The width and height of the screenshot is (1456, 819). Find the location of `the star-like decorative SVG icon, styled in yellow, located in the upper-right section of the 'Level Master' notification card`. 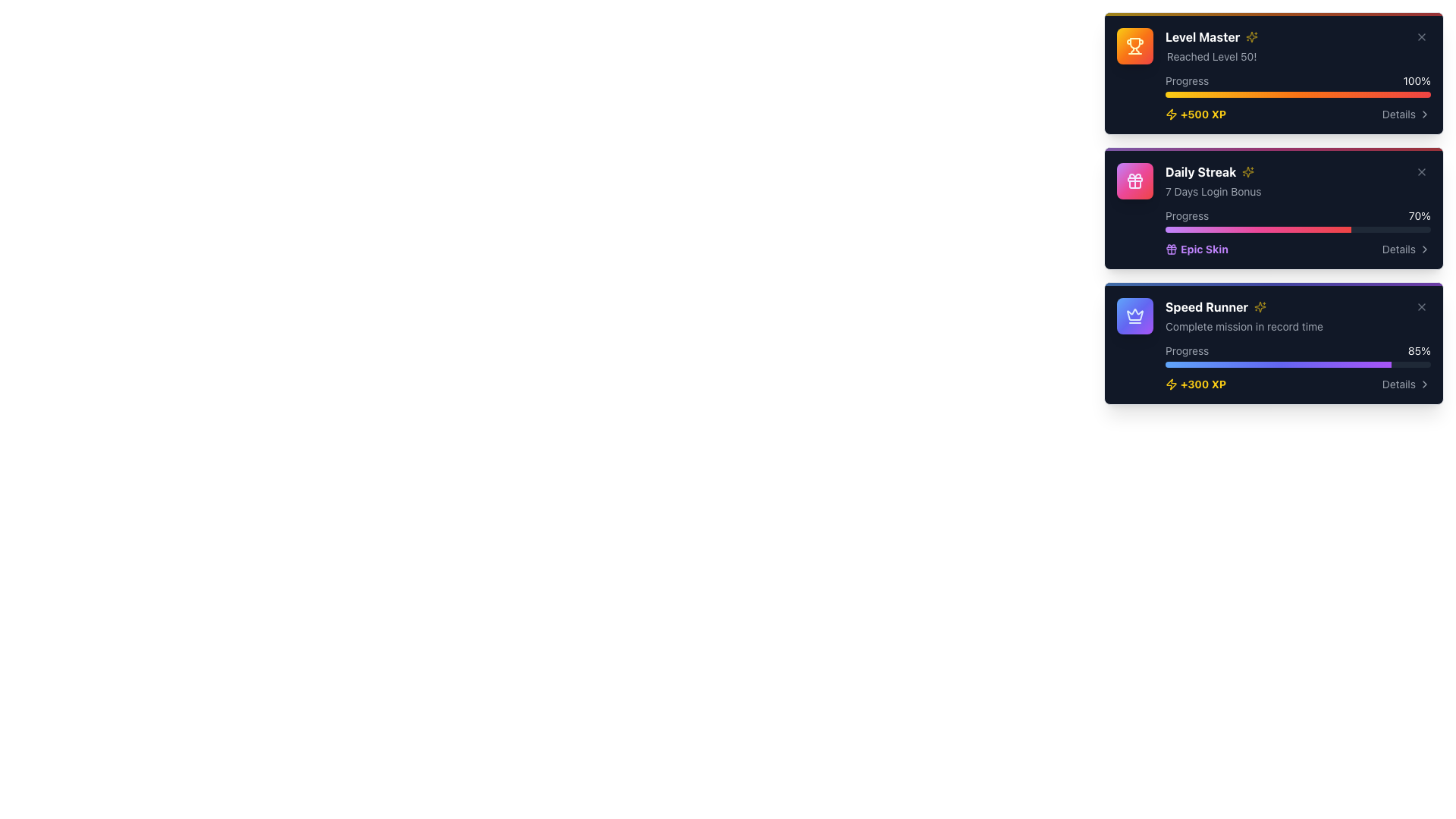

the star-like decorative SVG icon, styled in yellow, located in the upper-right section of the 'Level Master' notification card is located at coordinates (1252, 36).